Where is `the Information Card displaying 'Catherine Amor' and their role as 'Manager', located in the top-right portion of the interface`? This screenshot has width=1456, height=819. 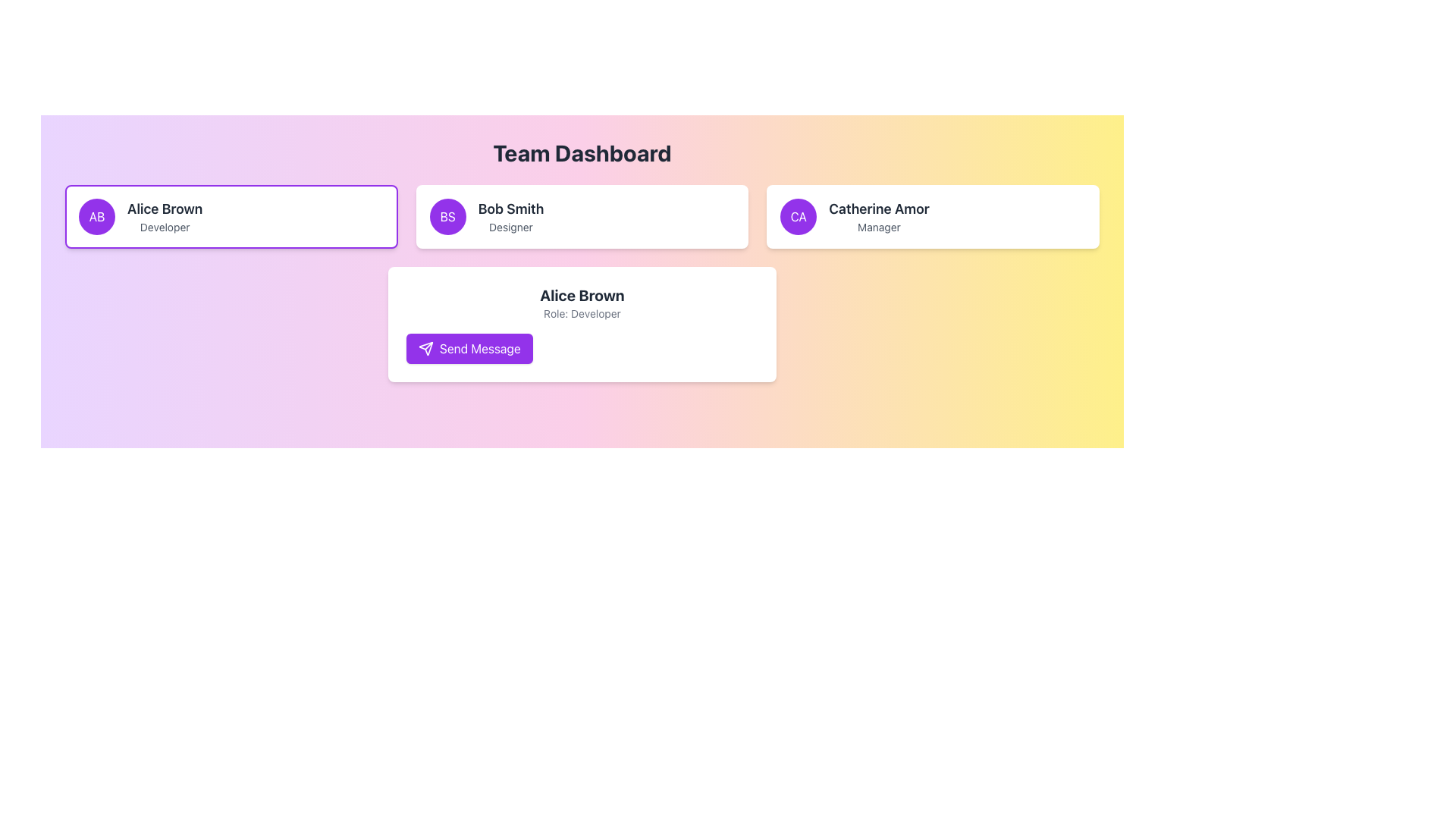 the Information Card displaying 'Catherine Amor' and their role as 'Manager', located in the top-right portion of the interface is located at coordinates (932, 216).